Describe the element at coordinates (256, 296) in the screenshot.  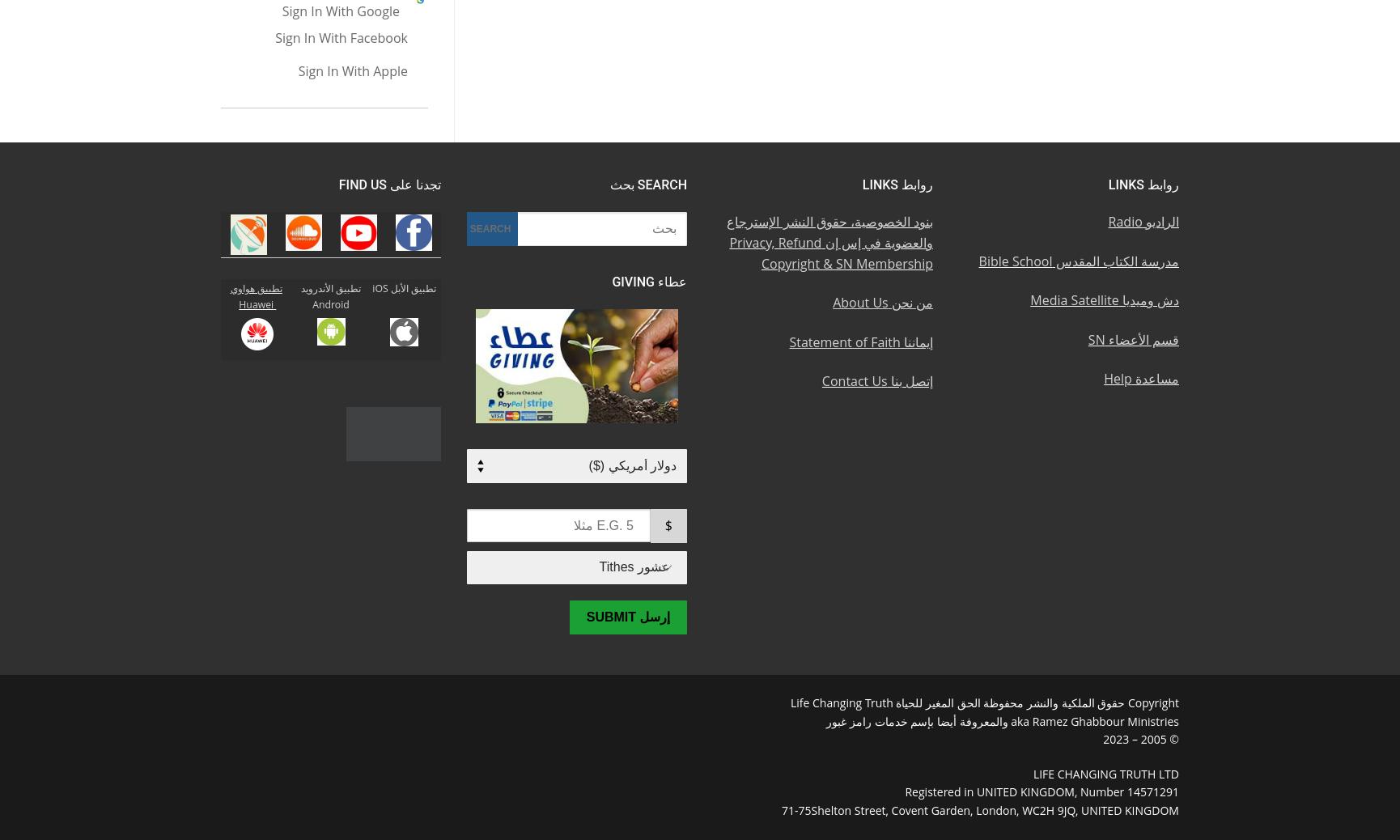
I see `'تطبيق هواوي  Huawei'` at that location.